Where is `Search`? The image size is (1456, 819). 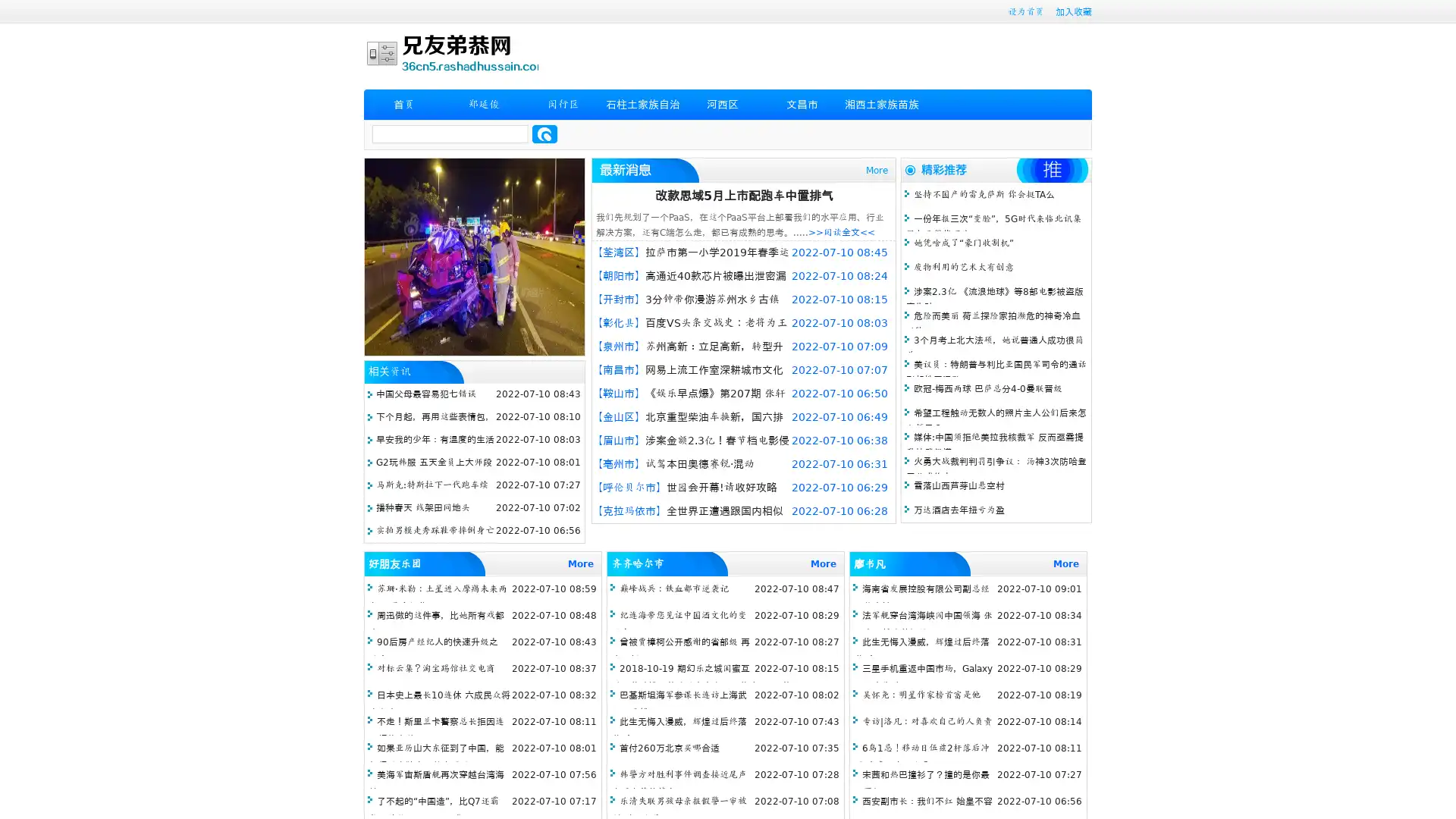 Search is located at coordinates (544, 133).